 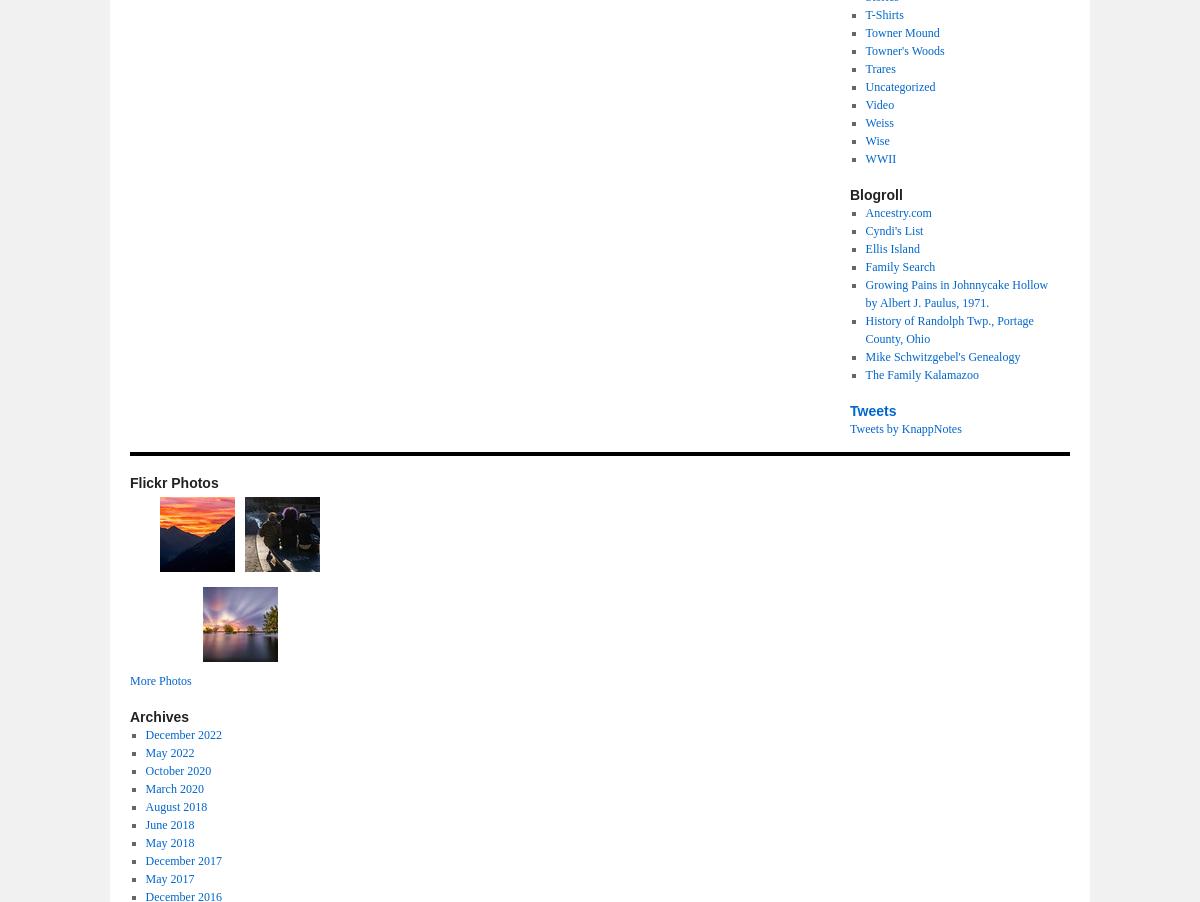 I want to click on 'December 2017', so click(x=182, y=860).